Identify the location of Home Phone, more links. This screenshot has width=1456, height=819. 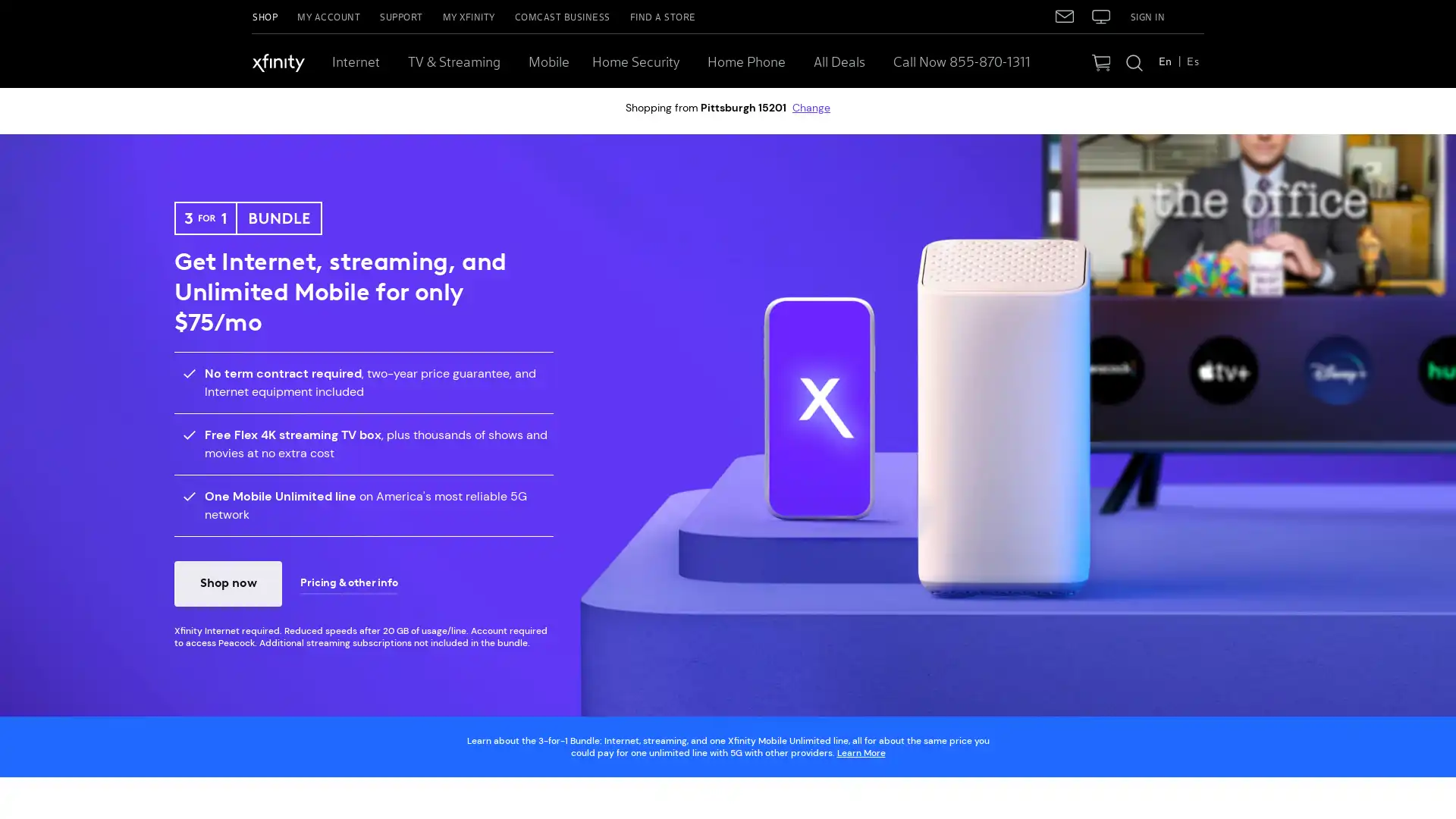
(795, 58).